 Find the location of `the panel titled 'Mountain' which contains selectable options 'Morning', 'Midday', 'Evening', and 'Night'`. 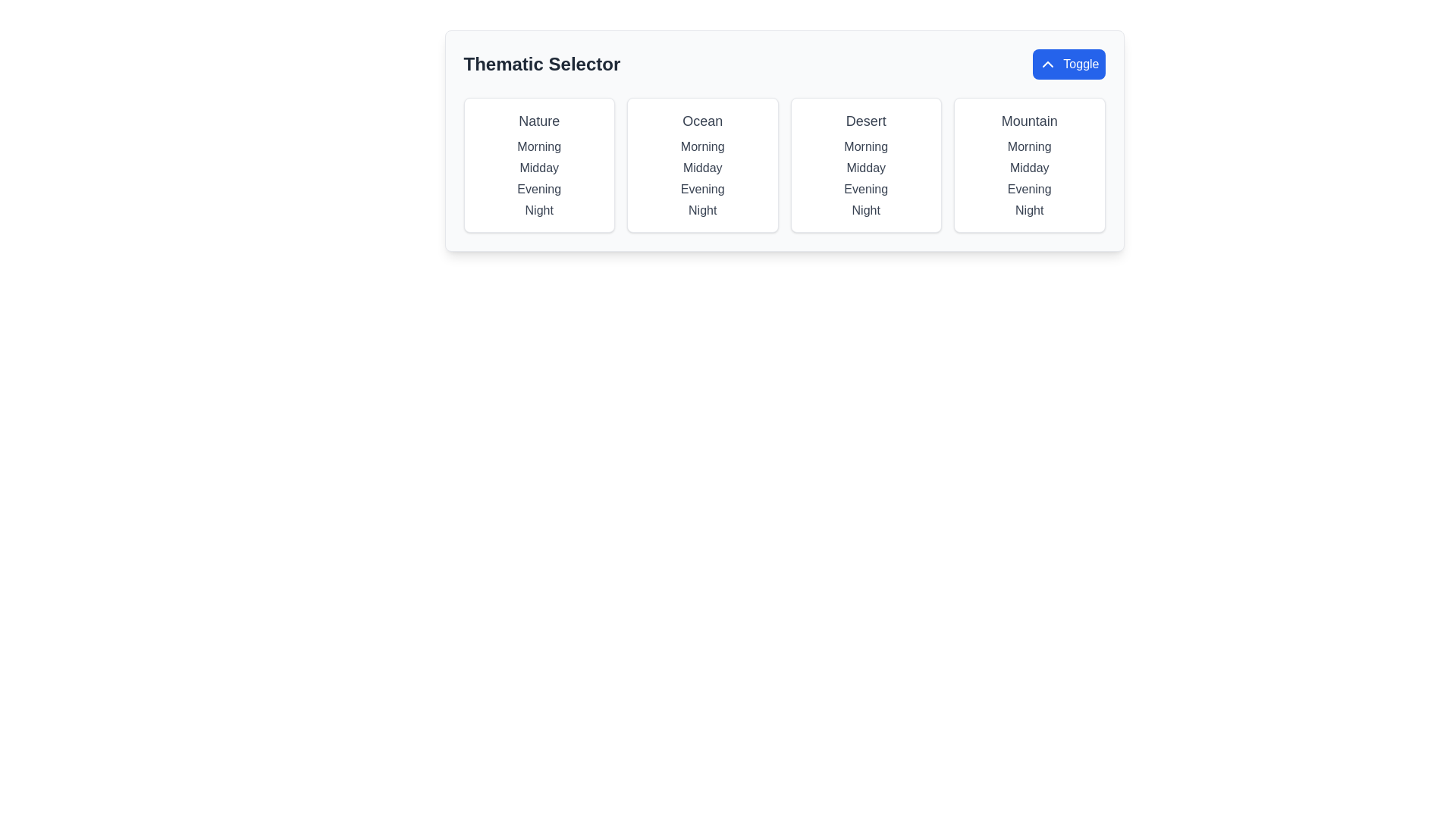

the panel titled 'Mountain' which contains selectable options 'Morning', 'Midday', 'Evening', and 'Night' is located at coordinates (1029, 165).